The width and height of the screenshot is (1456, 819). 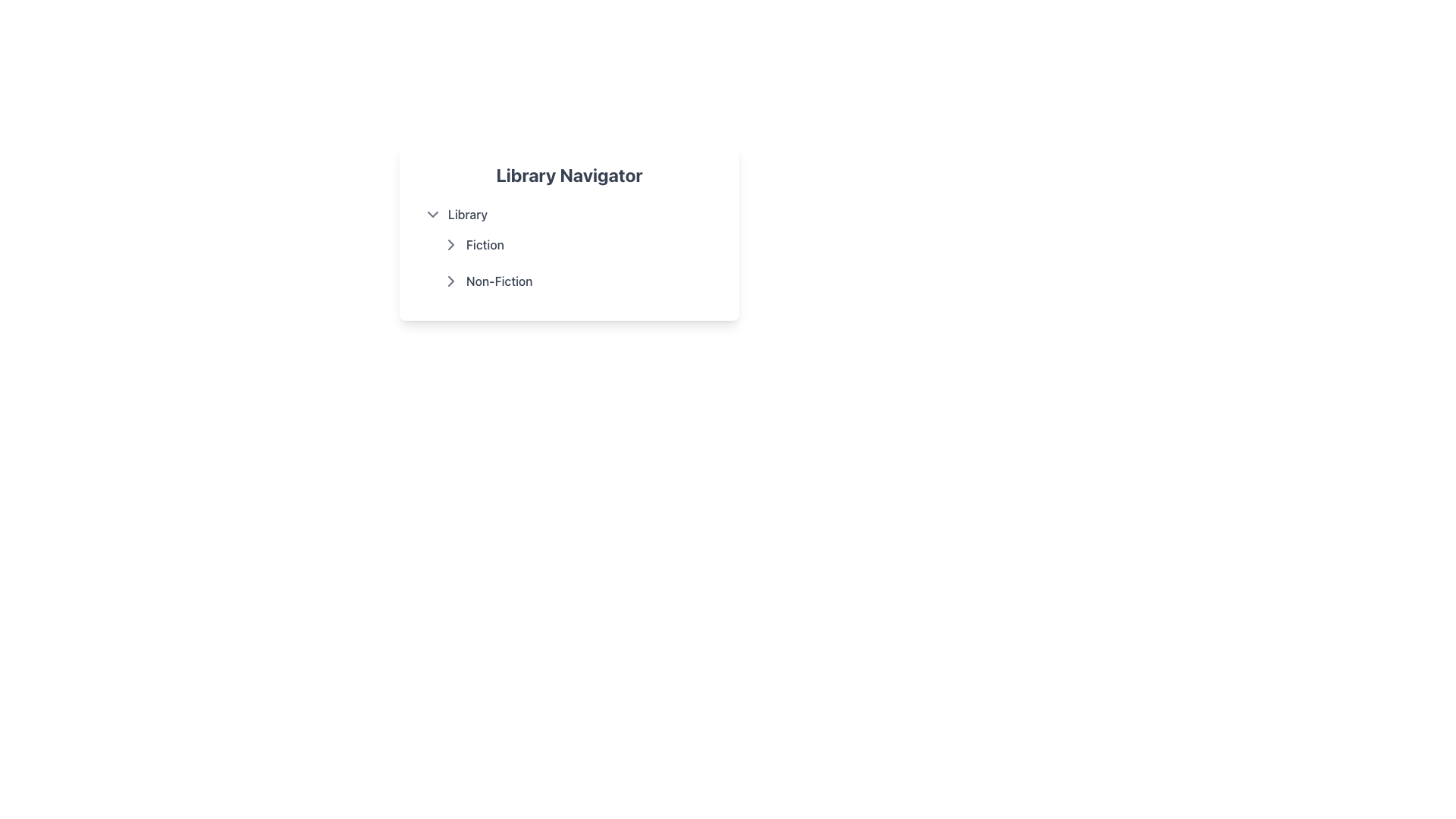 I want to click on the 'Fiction' menu item, which is the first selectable item in the vertical navigation layout, so click(x=568, y=244).